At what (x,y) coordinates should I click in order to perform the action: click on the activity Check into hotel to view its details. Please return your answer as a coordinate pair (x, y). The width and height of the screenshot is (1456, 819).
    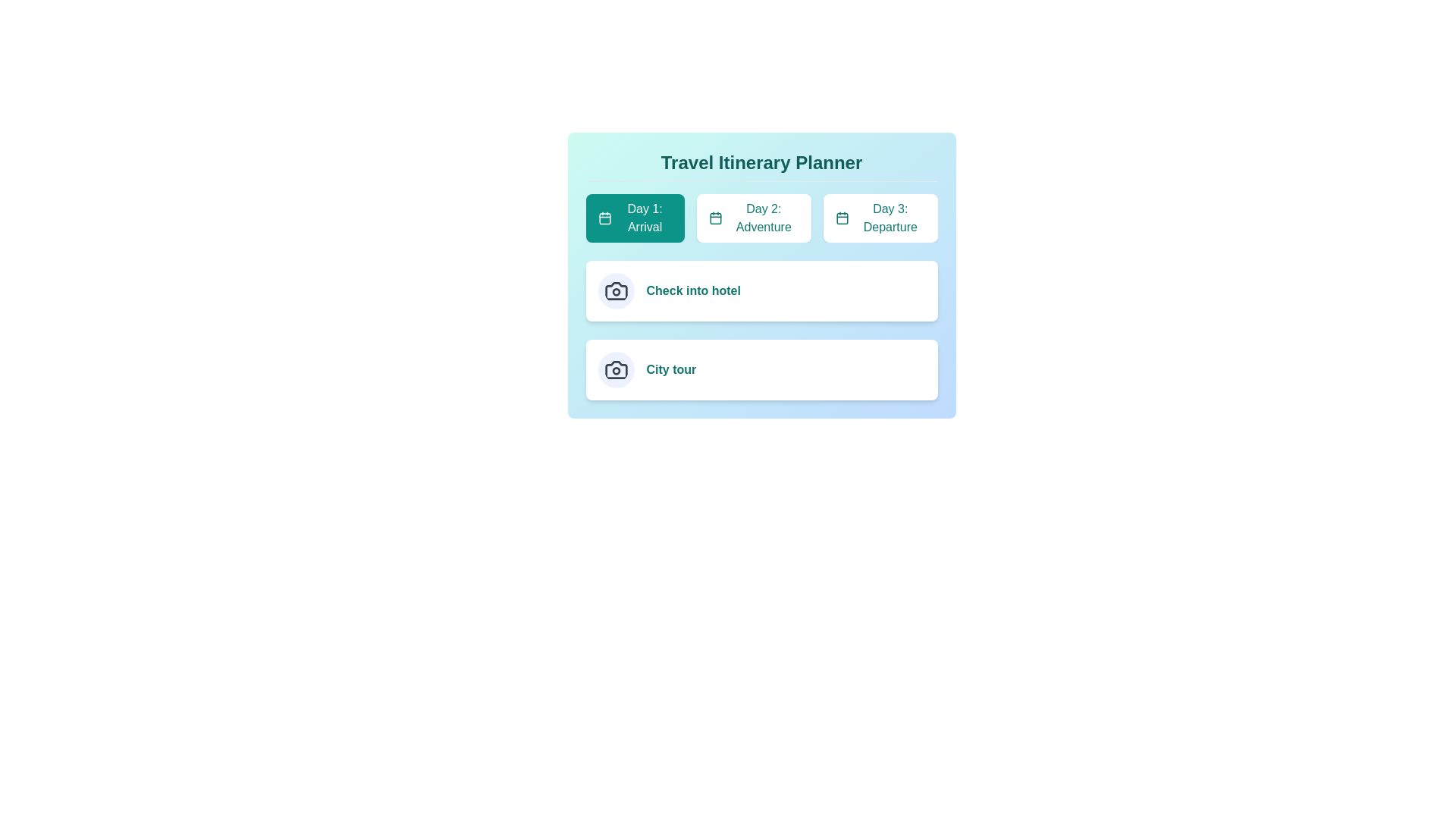
    Looking at the image, I should click on (616, 291).